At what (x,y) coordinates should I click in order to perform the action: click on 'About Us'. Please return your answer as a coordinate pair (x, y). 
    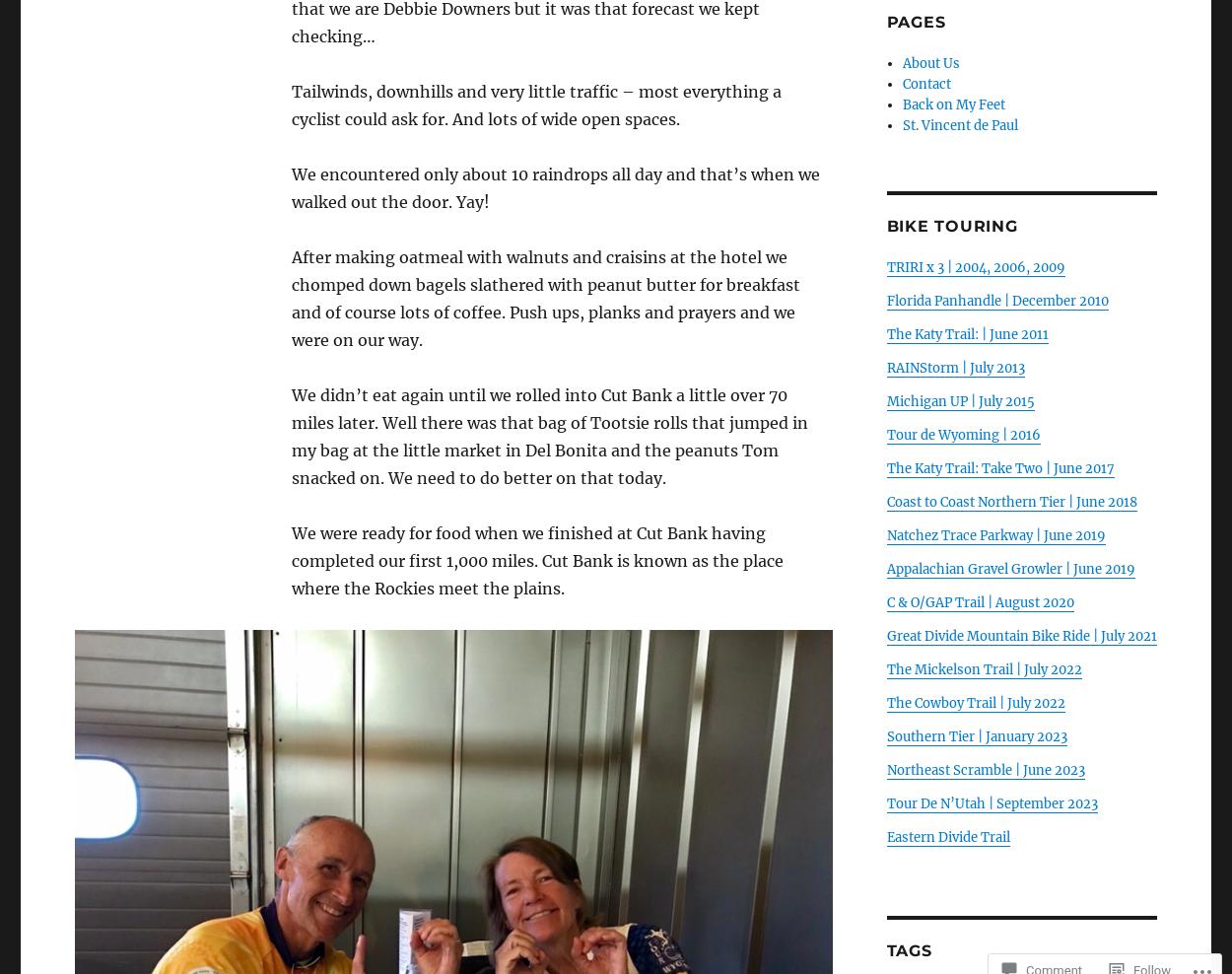
    Looking at the image, I should click on (929, 63).